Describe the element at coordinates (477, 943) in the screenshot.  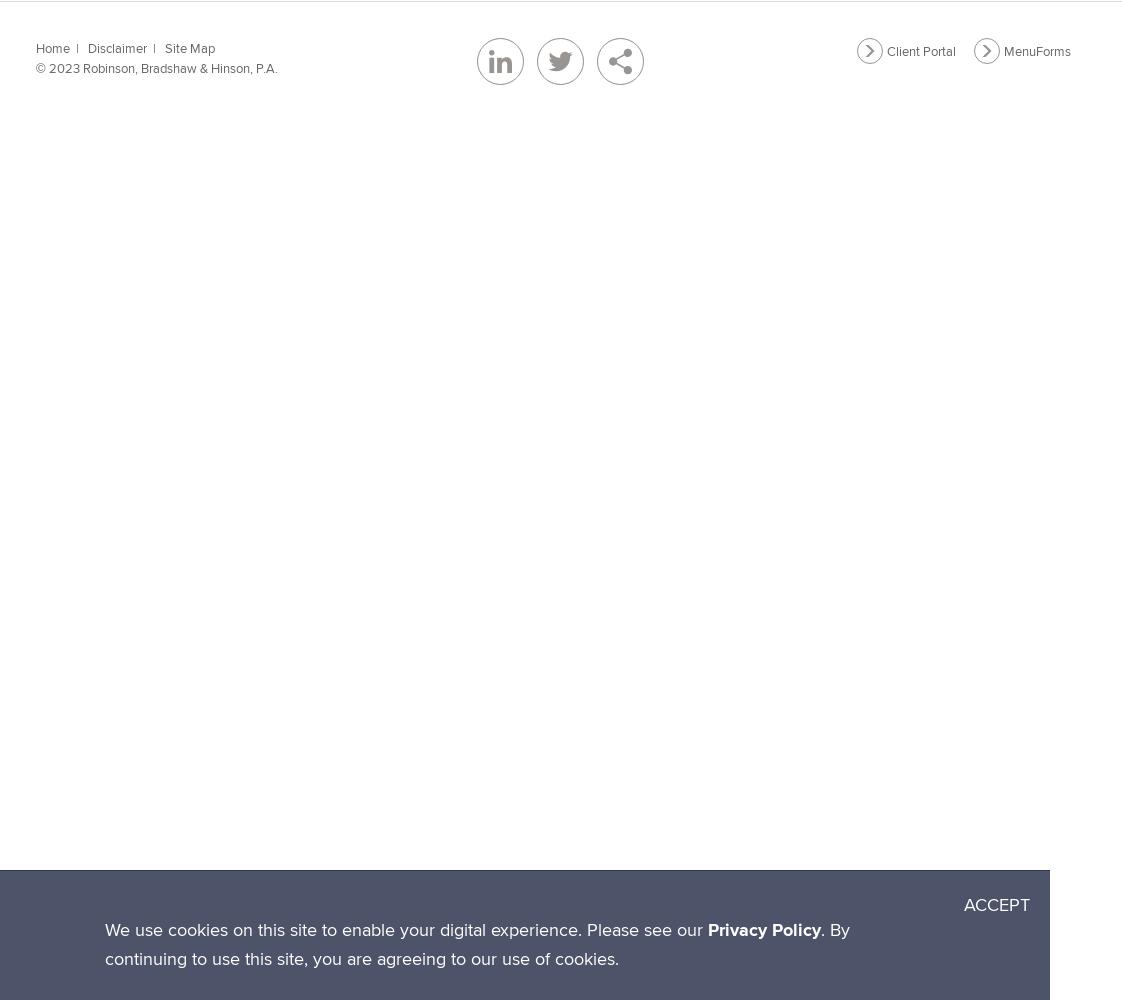
I see `'. By continuing to use this site, you are agreeing to our use of cookies.'` at that location.